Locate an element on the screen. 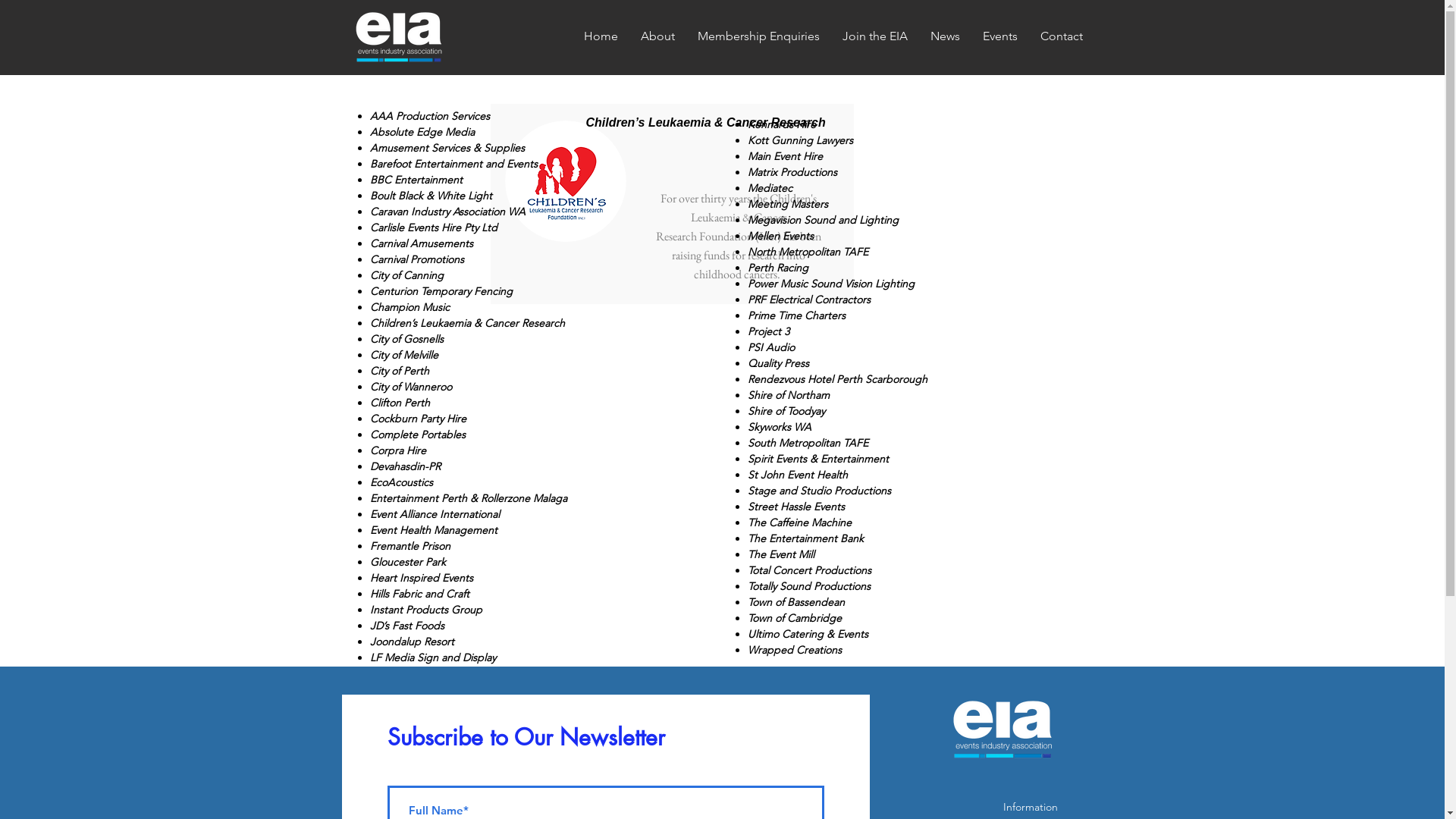  'The Caffeine Machine' is located at coordinates (799, 522).